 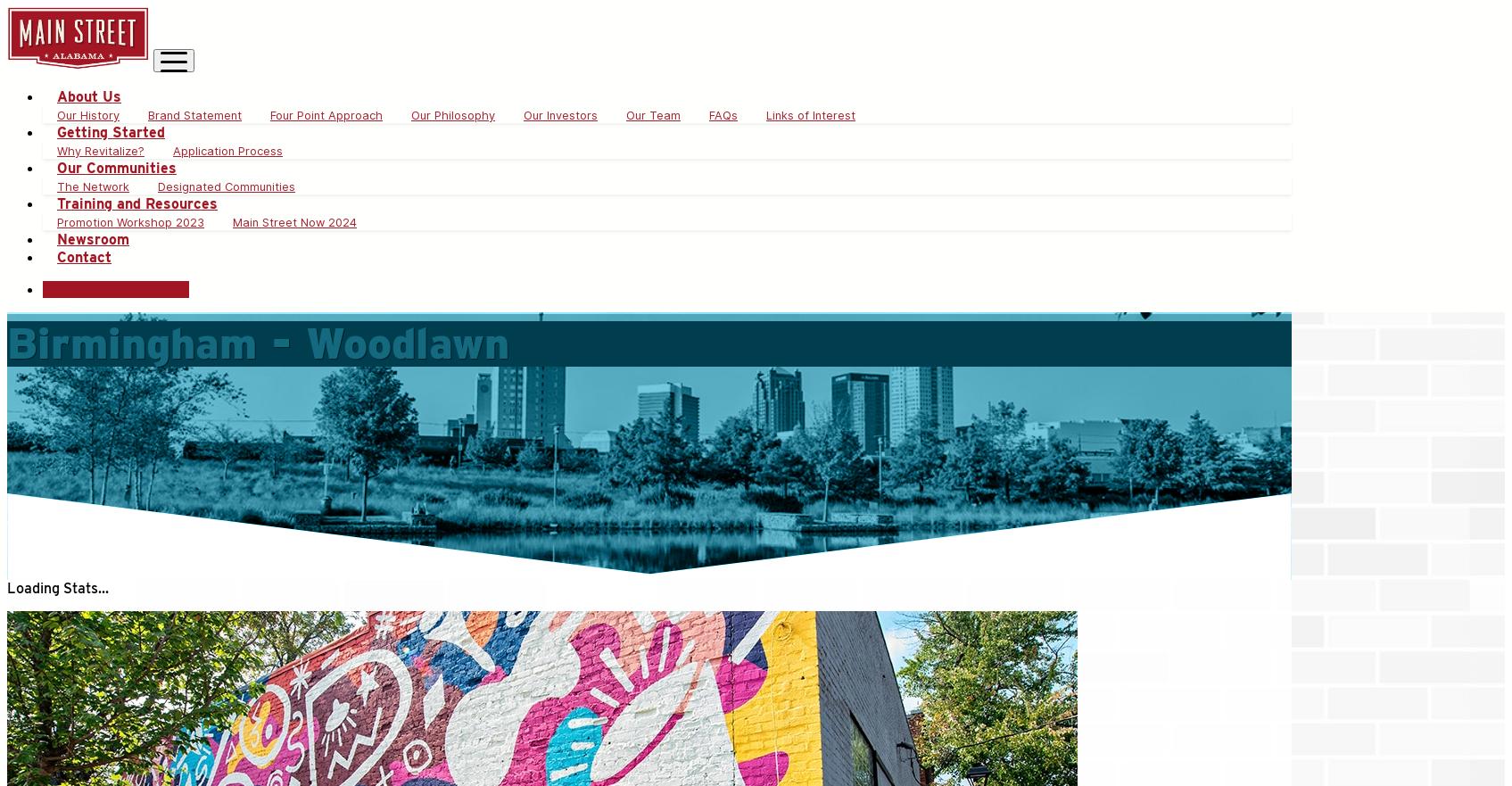 I want to click on 'Our Philosophy', so click(x=451, y=115).